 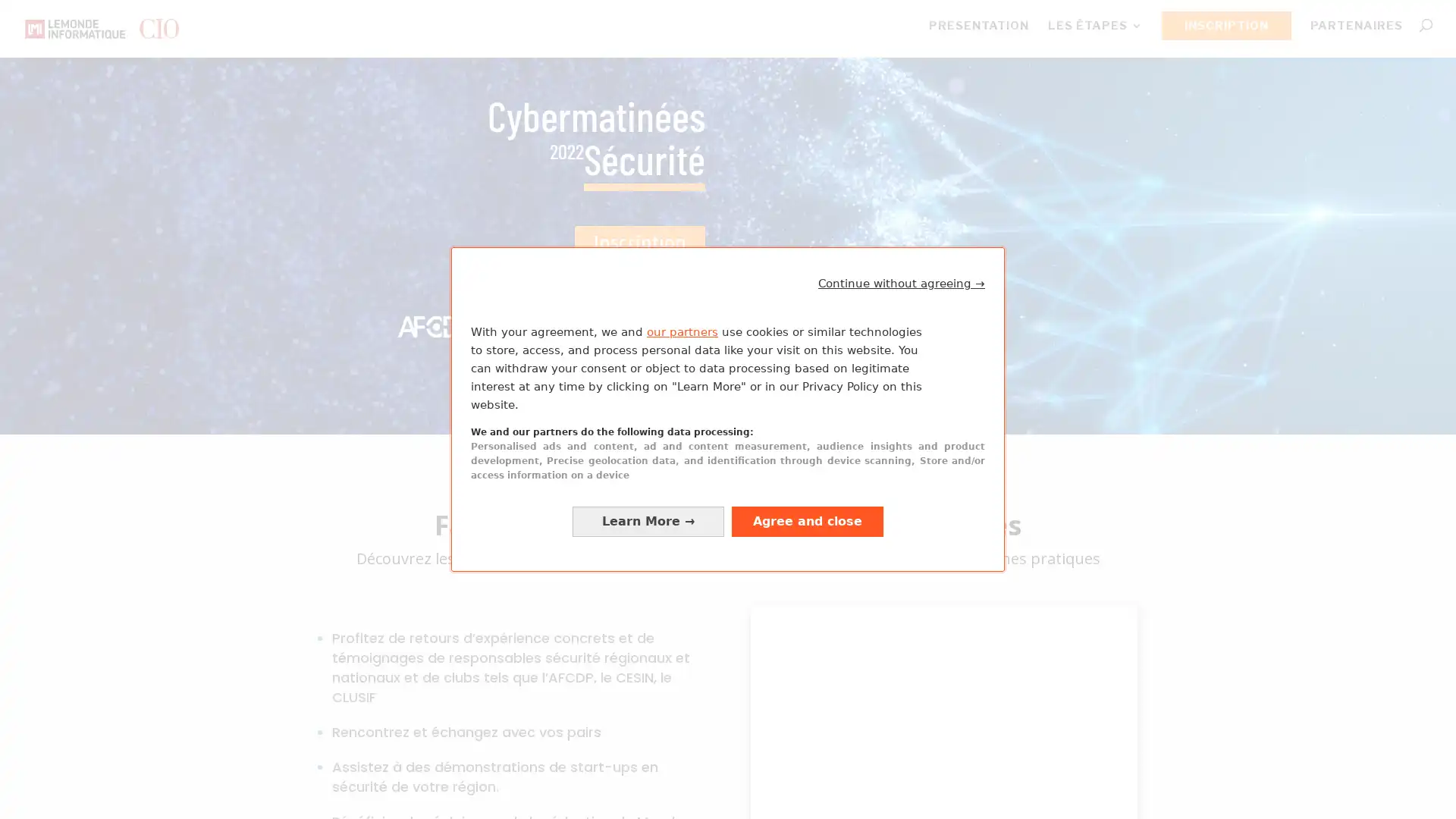 I want to click on Continue without agreeing, so click(x=902, y=283).